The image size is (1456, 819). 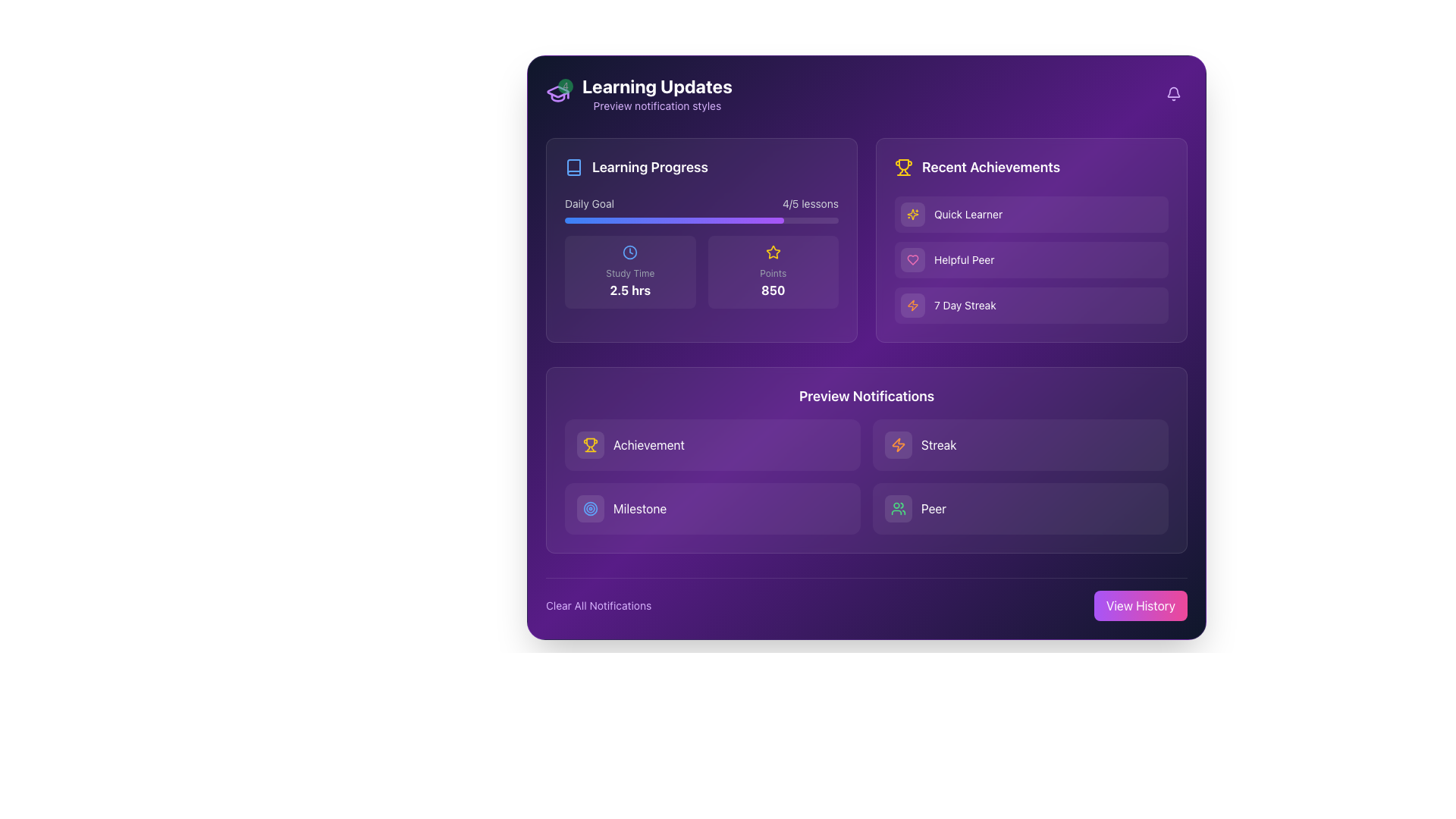 What do you see at coordinates (573, 167) in the screenshot?
I see `the book icon with a blue outline located in the upper left corner of the 'Learning Progress' card, adjacent to the 'Learning Progress' label` at bounding box center [573, 167].